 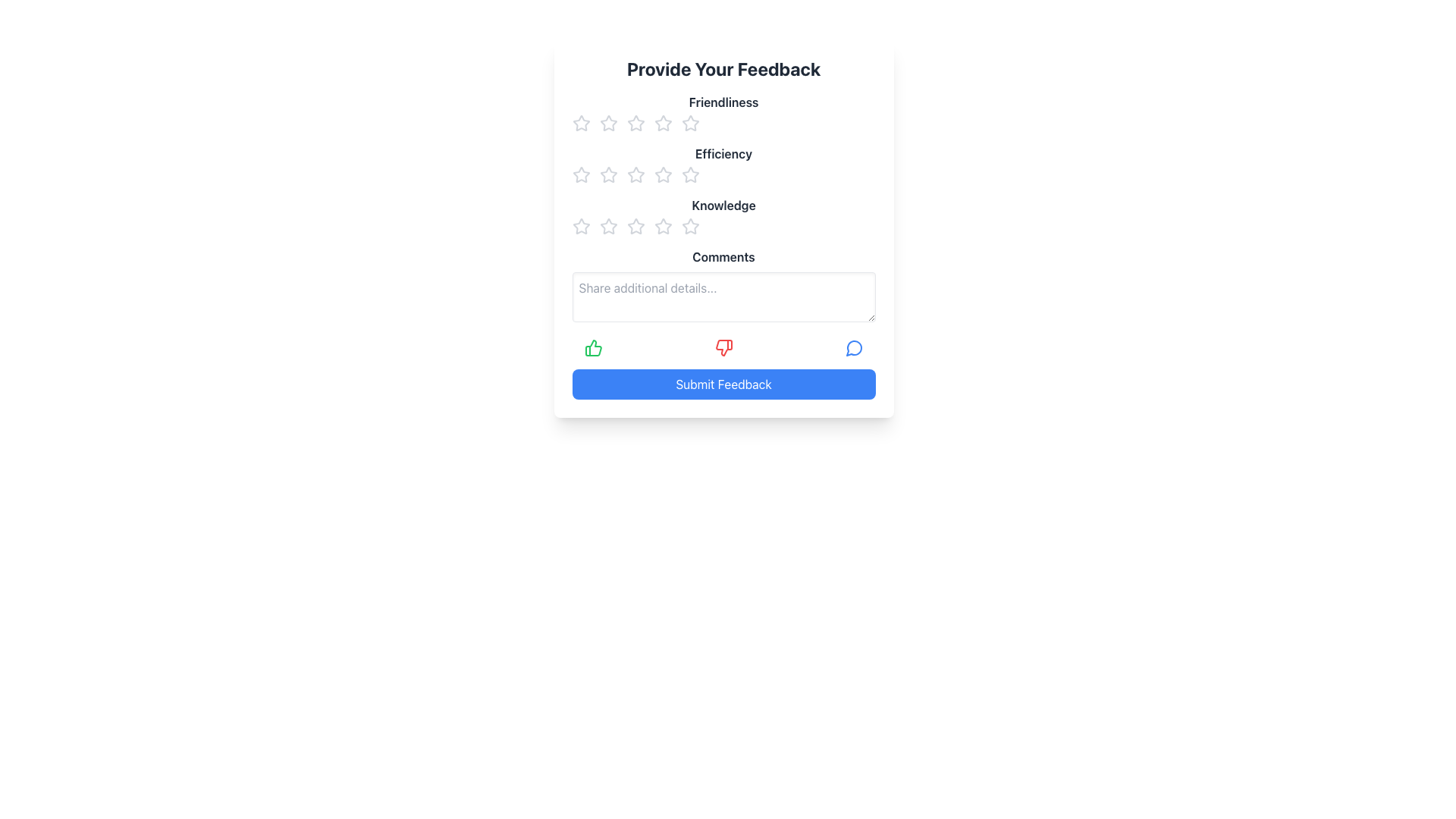 What do you see at coordinates (663, 226) in the screenshot?
I see `the fourth star in the 'Knowledge' rating section to assign a rating` at bounding box center [663, 226].